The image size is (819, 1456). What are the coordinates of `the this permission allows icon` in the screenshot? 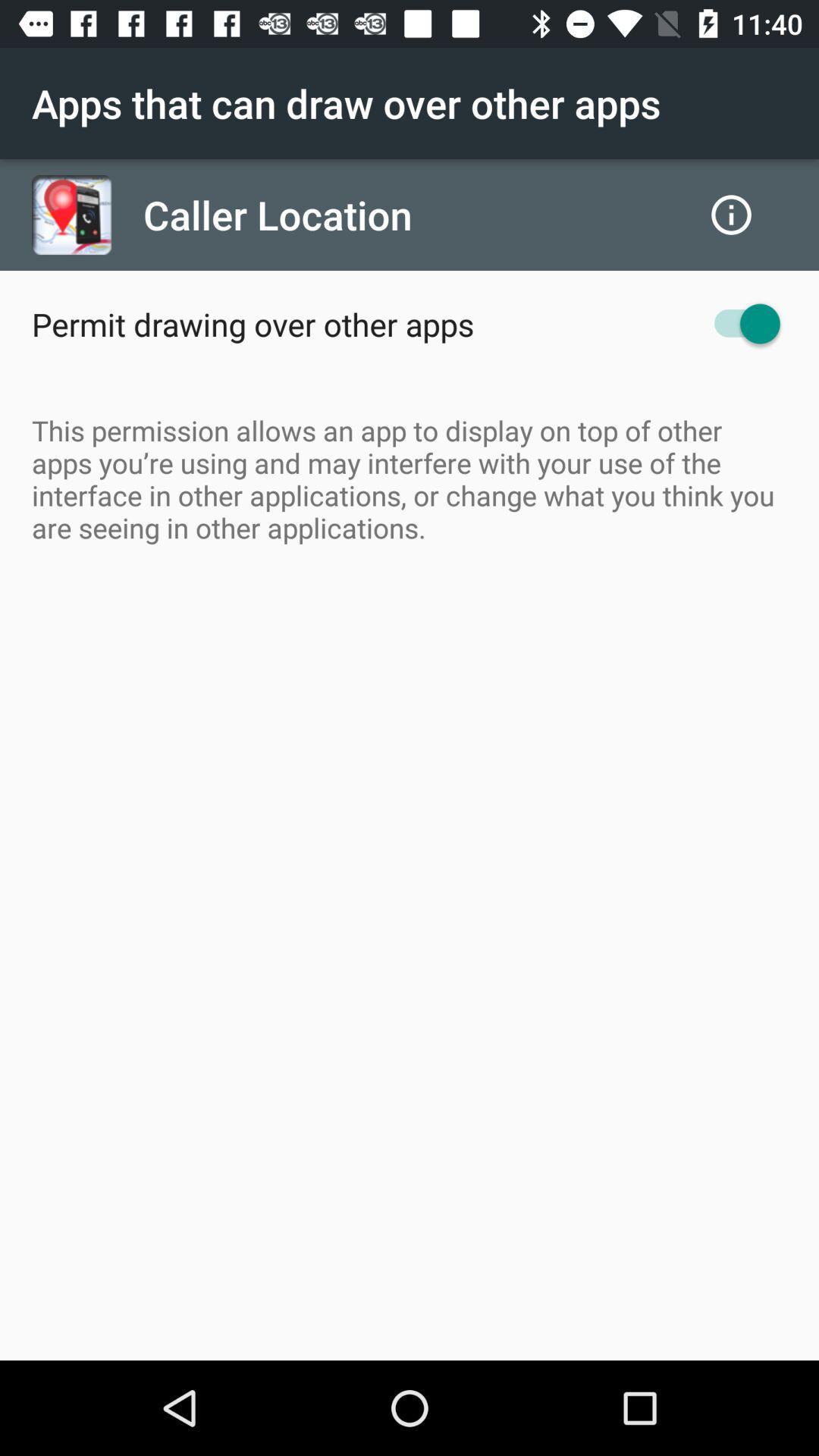 It's located at (409, 478).